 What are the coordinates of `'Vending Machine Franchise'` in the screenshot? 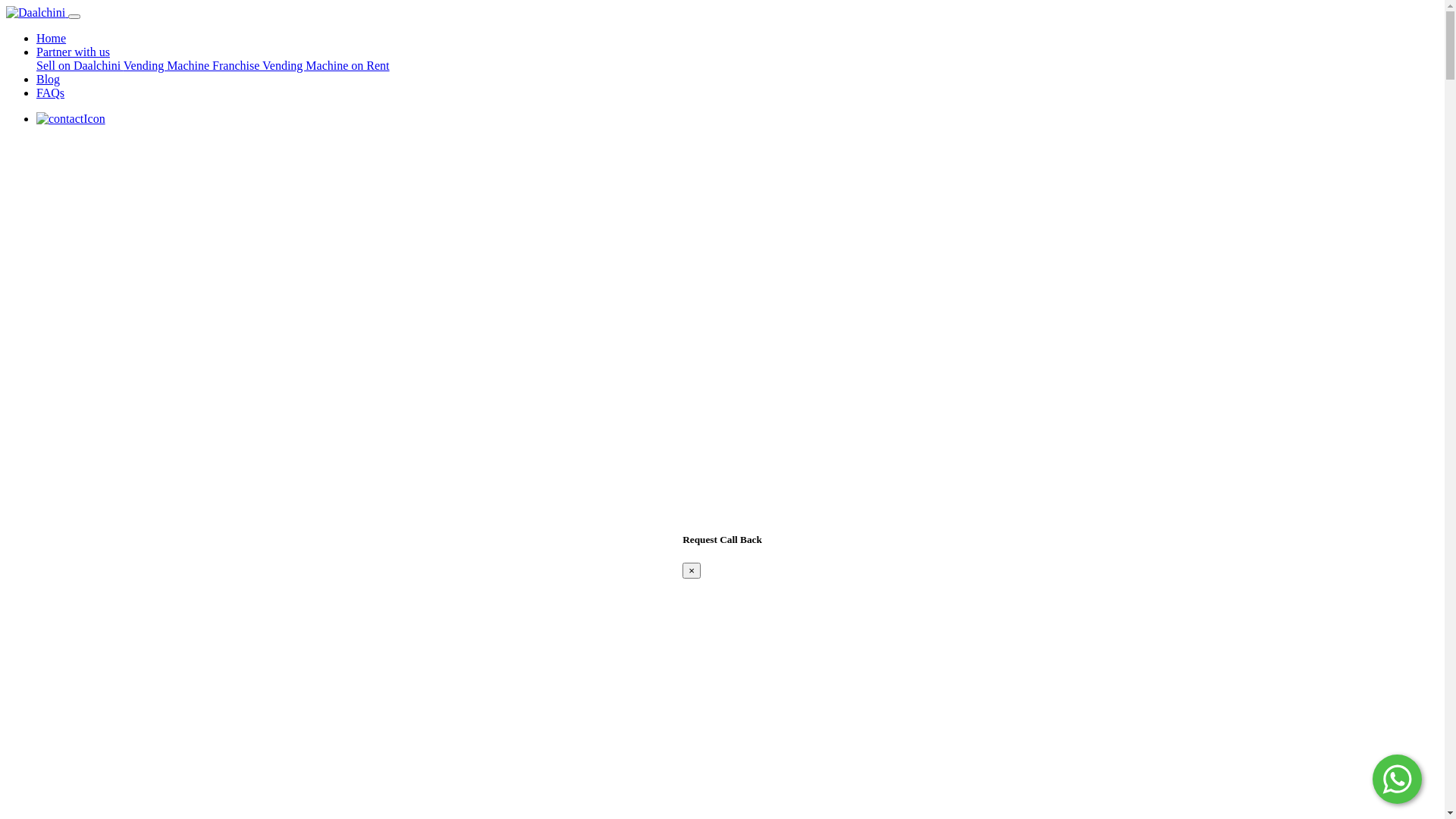 It's located at (192, 64).